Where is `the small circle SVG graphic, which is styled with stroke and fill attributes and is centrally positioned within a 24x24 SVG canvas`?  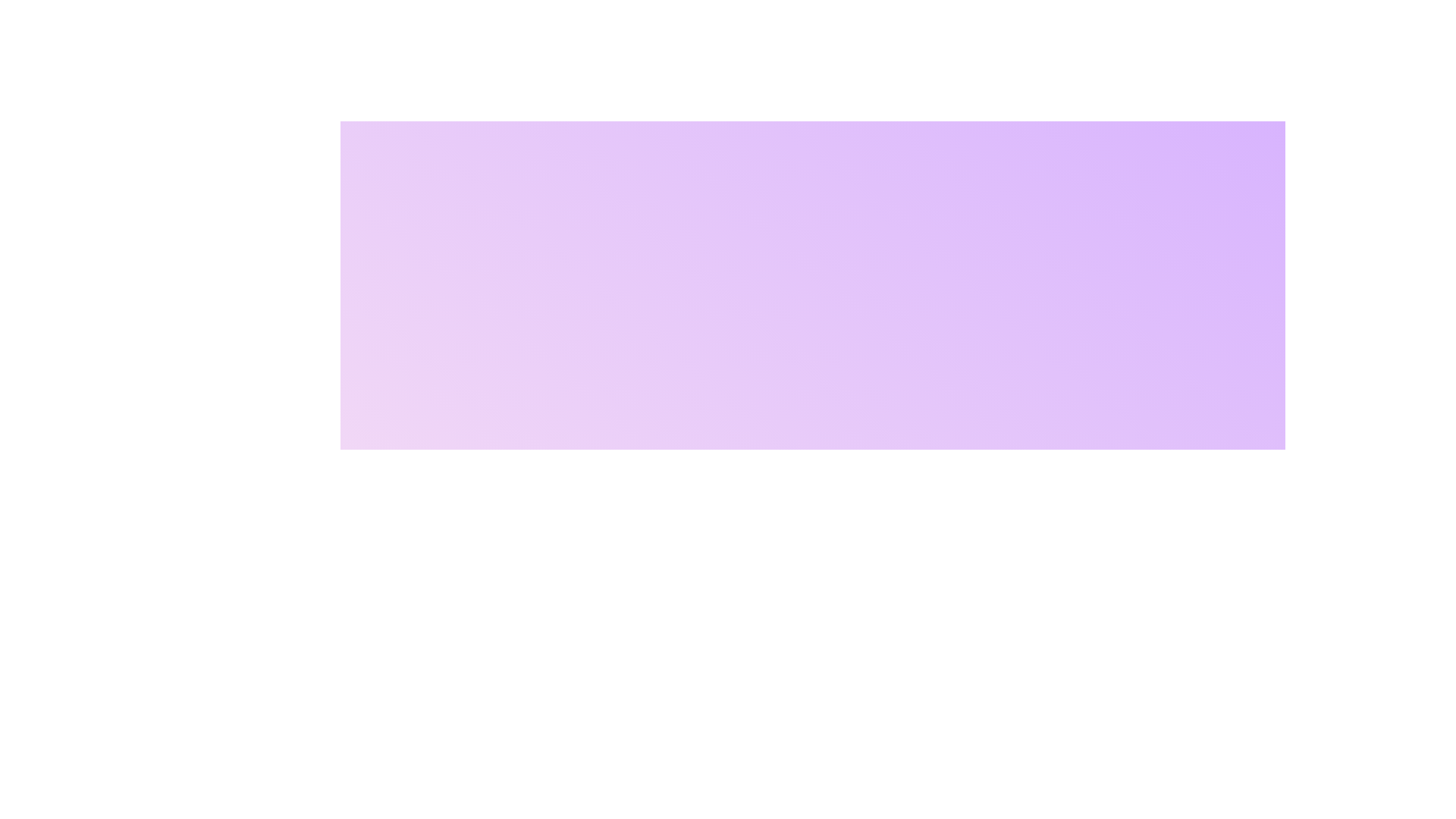 the small circle SVG graphic, which is styled with stroke and fill attributes and is centrally positioned within a 24x24 SVG canvas is located at coordinates (633, 576).